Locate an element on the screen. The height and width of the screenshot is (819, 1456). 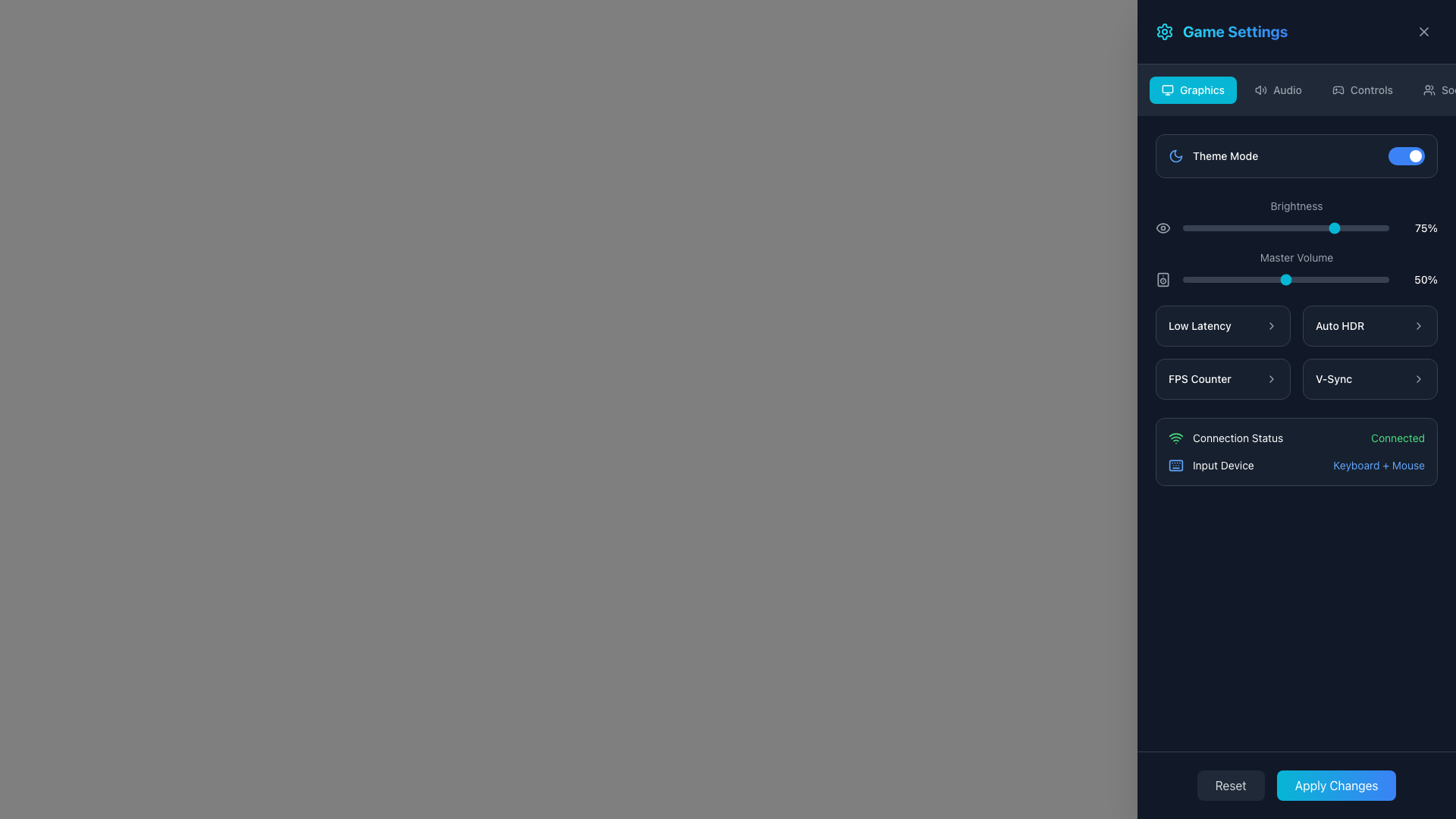
the Master Volume is located at coordinates (1337, 280).